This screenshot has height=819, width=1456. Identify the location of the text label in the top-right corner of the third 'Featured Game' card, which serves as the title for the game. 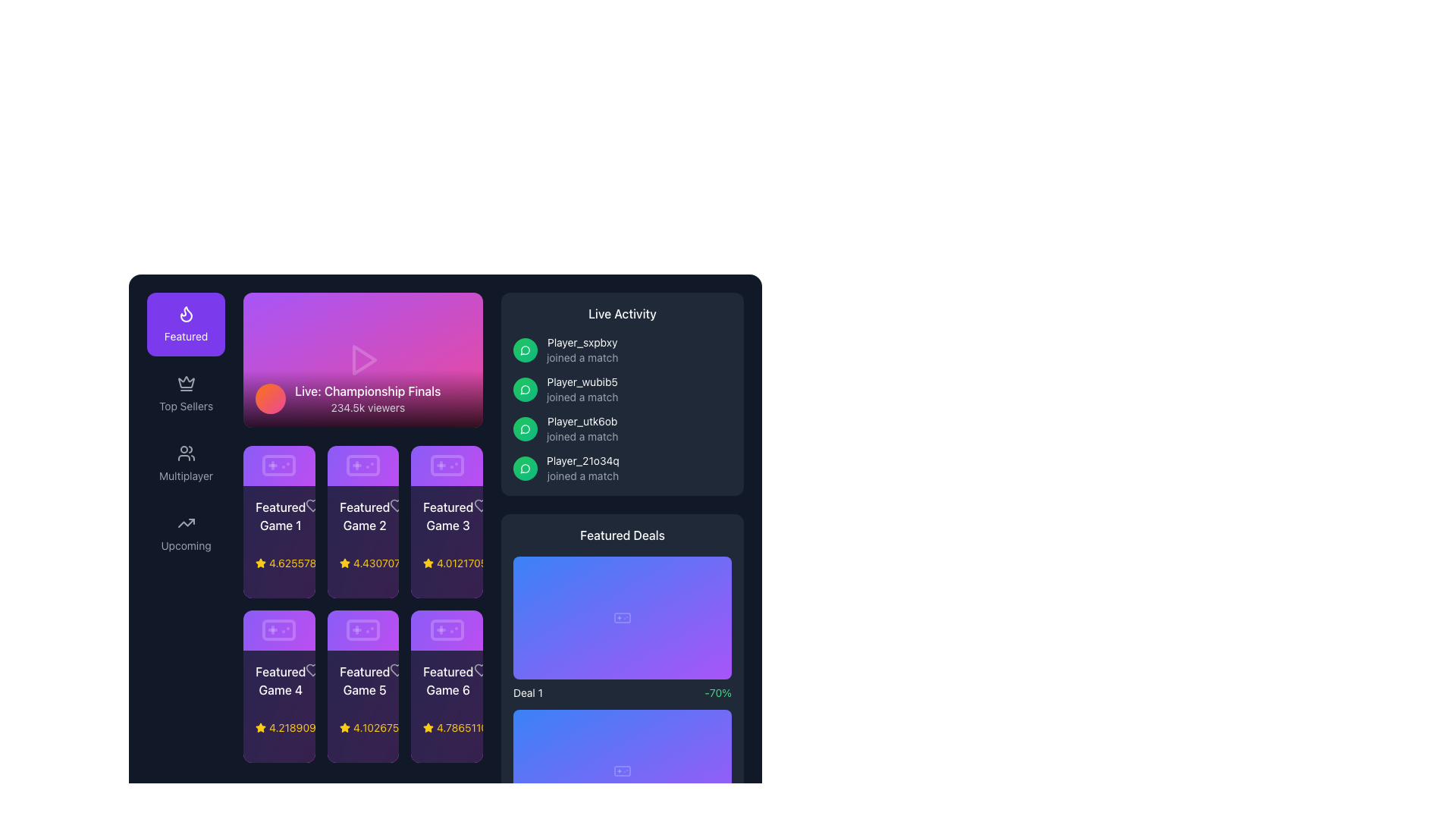
(446, 515).